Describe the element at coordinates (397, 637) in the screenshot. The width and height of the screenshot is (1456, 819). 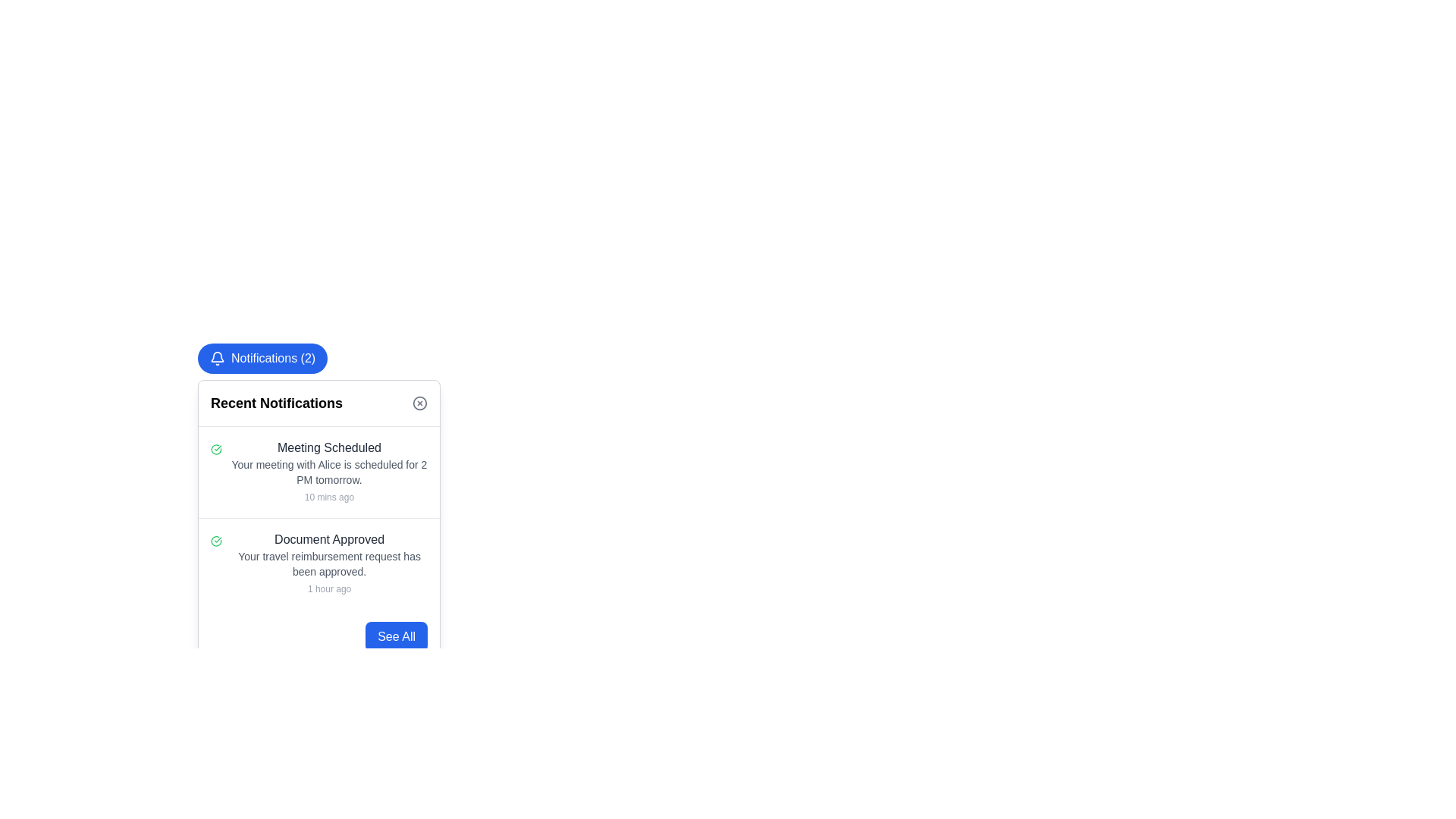
I see `the rectangular button with a blue background and bold white text reading 'See All' to observe the hover effect` at that location.